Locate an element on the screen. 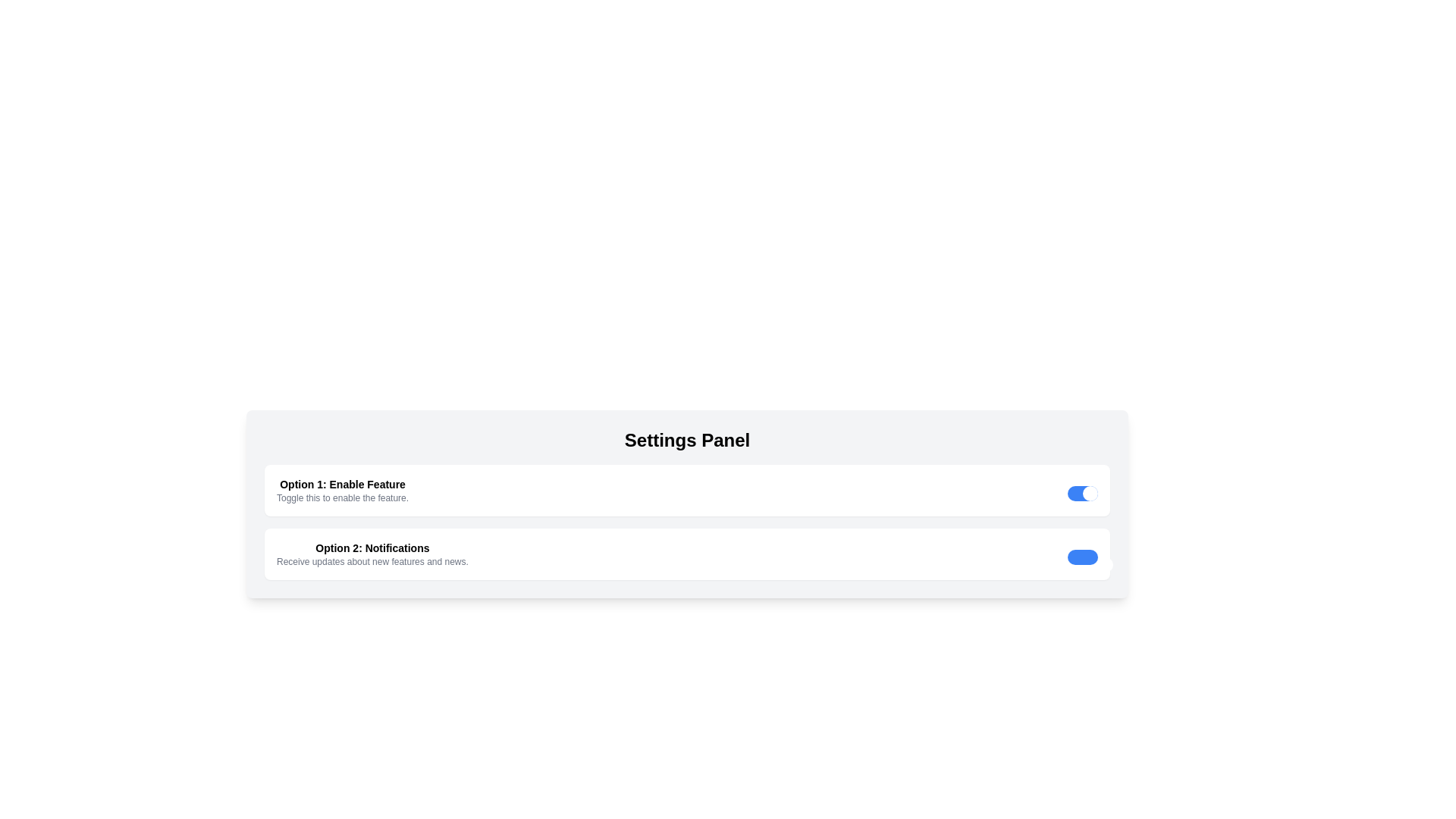 Image resolution: width=1456 pixels, height=819 pixels. the Text Block that displays information about the notification setting option, located below 'Option 1: Enable Feature' and next to a blue toggle switch is located at coordinates (372, 554).